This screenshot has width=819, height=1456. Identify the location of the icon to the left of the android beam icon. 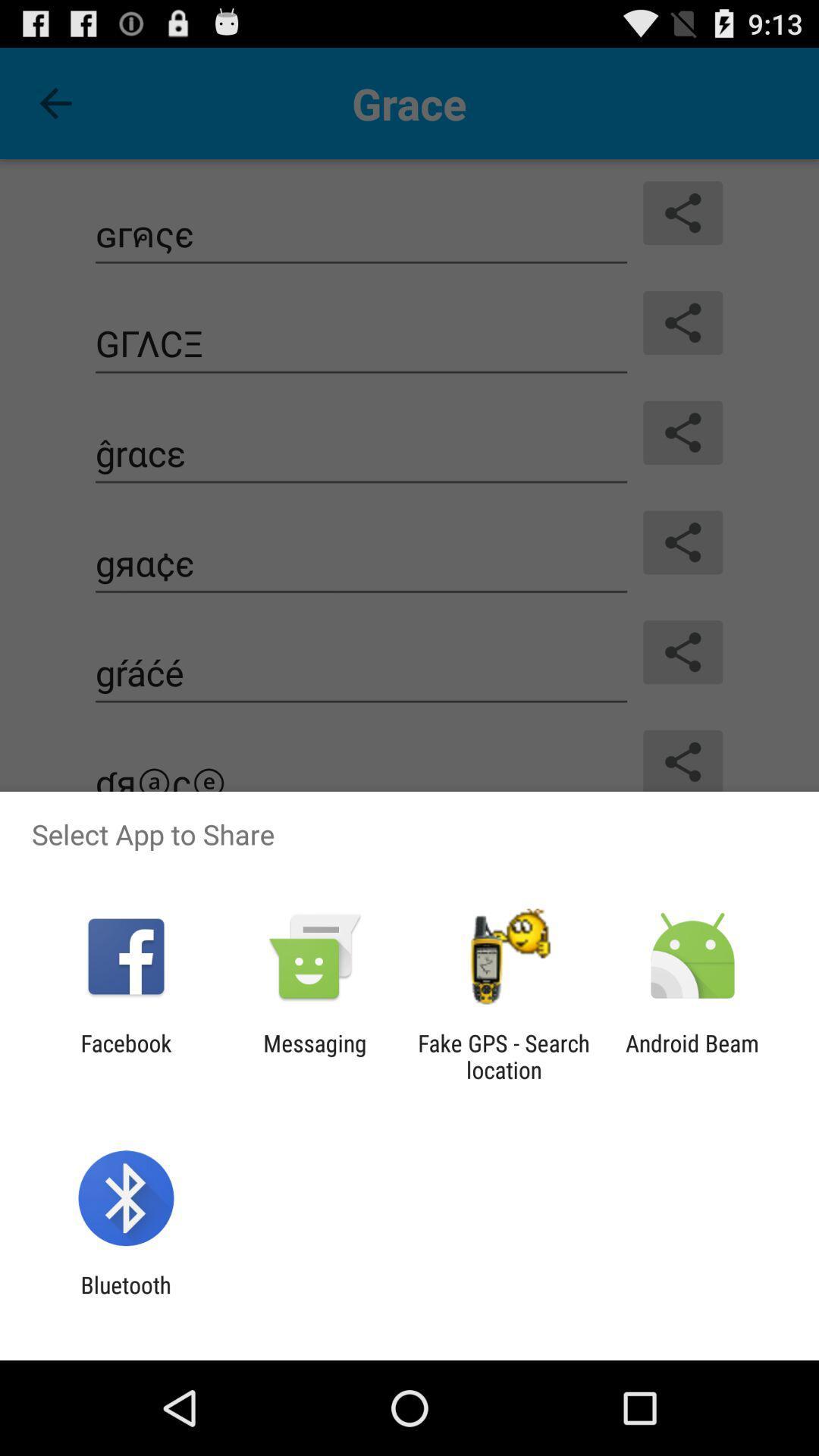
(504, 1056).